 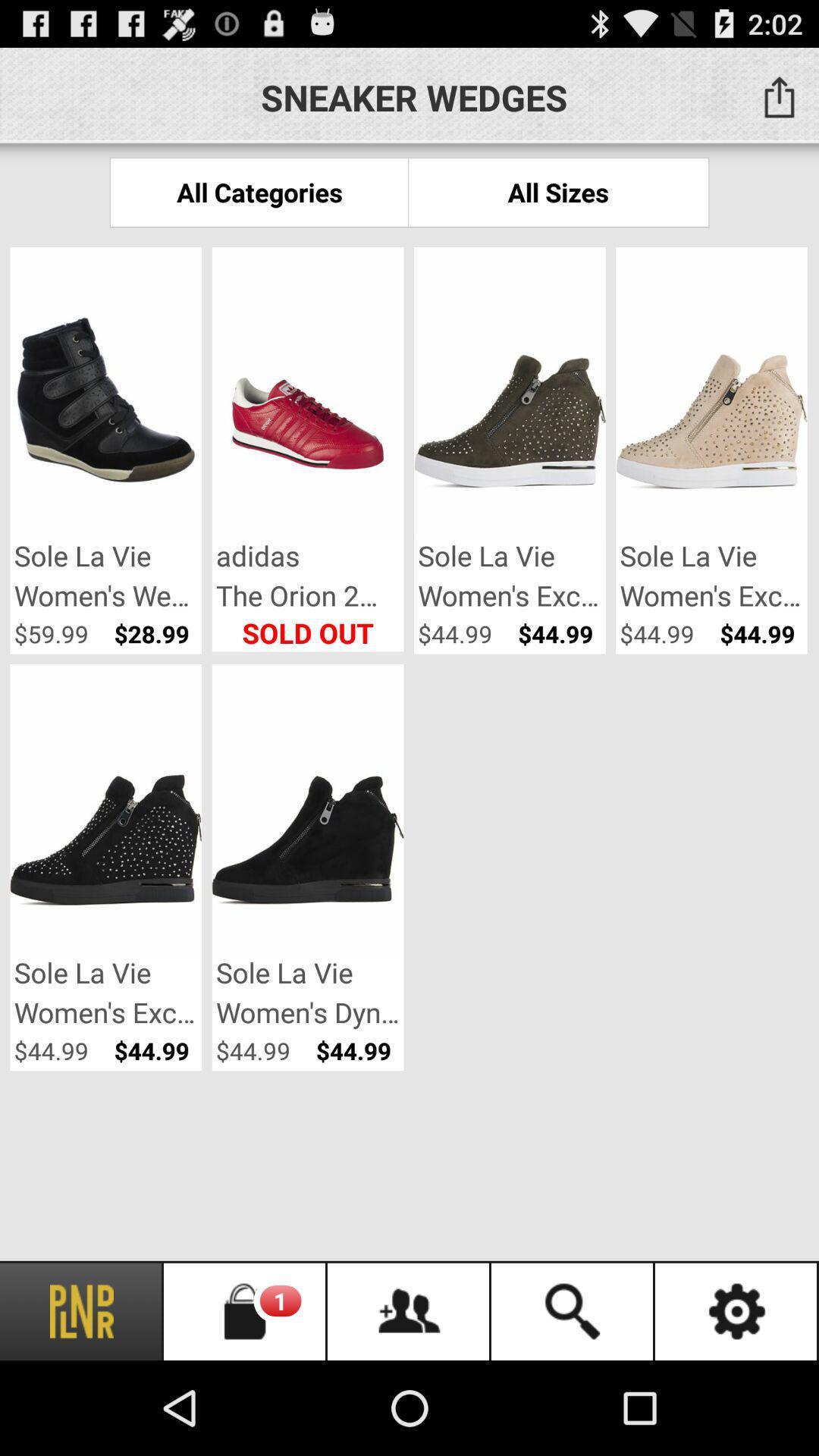 I want to click on all categories item, so click(x=259, y=191).